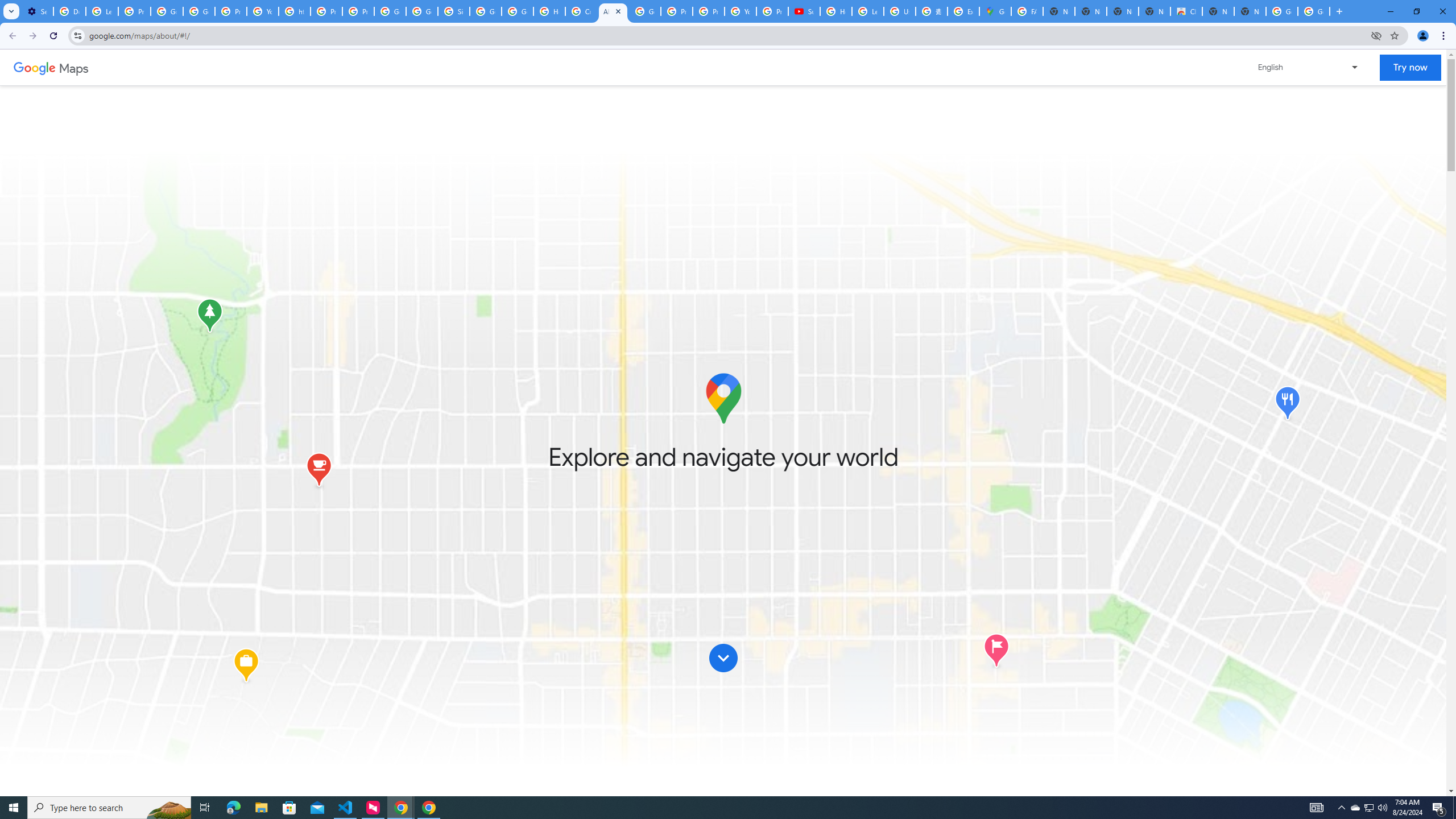  Describe the element at coordinates (453, 11) in the screenshot. I see `'Sign in - Google Accounts'` at that location.